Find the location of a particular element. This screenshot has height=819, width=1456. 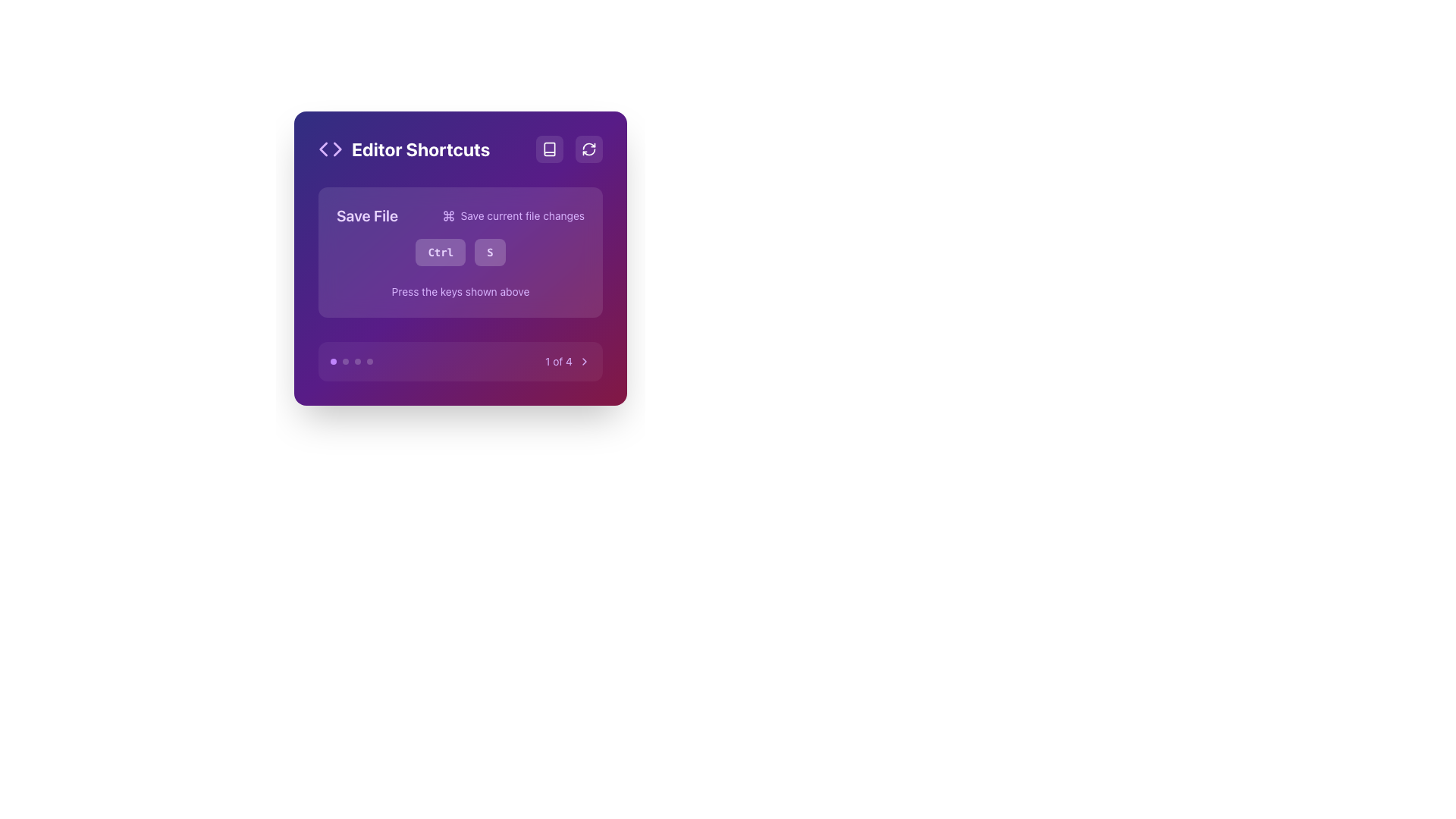

the text label that describes the keyboard shortcut in the 'Editor Shortcuts' interface, located immediately after the command key icon is located at coordinates (522, 216).